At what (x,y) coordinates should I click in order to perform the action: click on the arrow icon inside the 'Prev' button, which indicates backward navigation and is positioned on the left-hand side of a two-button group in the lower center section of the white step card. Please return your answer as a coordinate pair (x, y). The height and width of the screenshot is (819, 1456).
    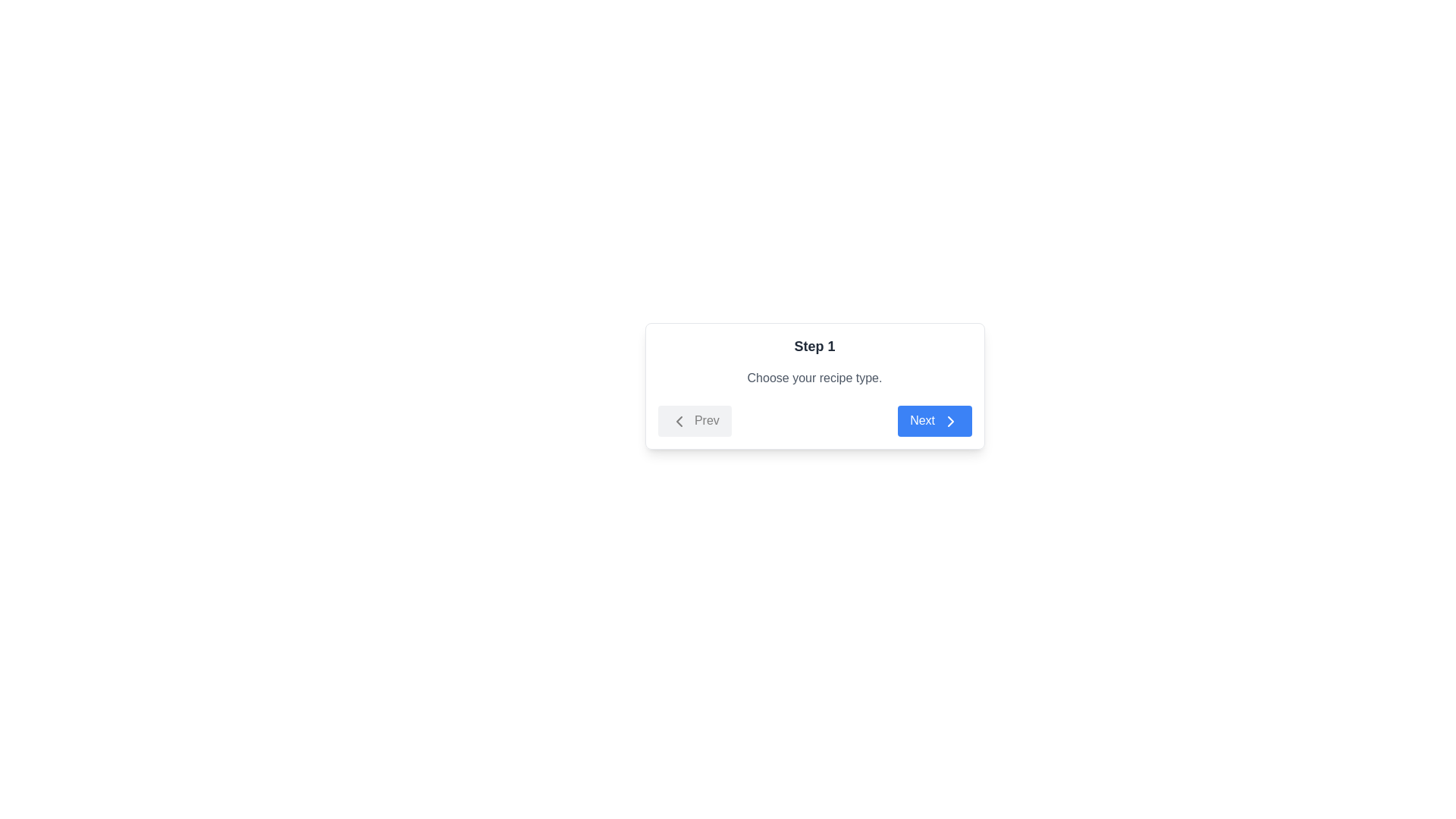
    Looking at the image, I should click on (678, 421).